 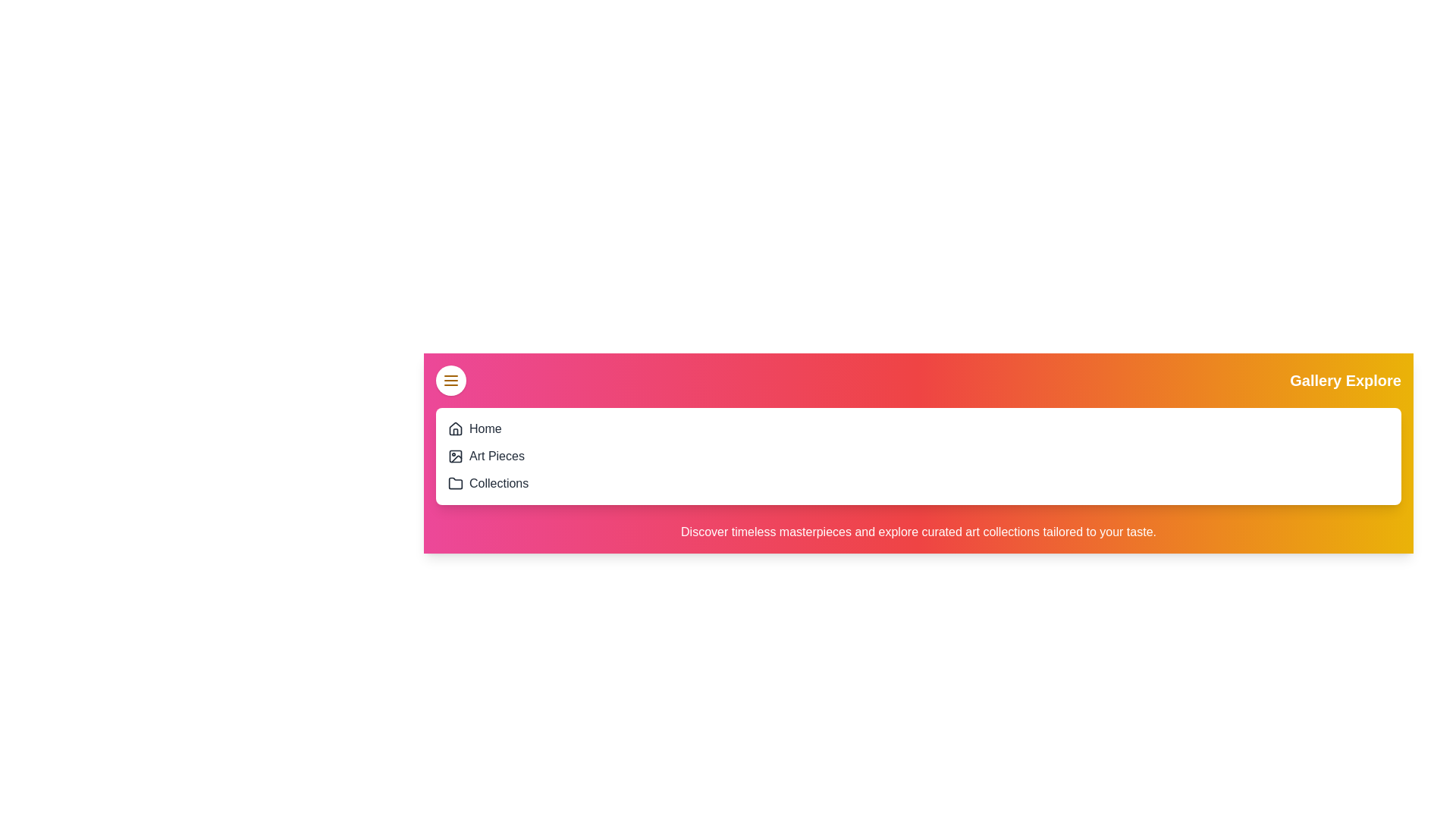 I want to click on the 'Home' list item in the navigation menu, so click(x=484, y=429).